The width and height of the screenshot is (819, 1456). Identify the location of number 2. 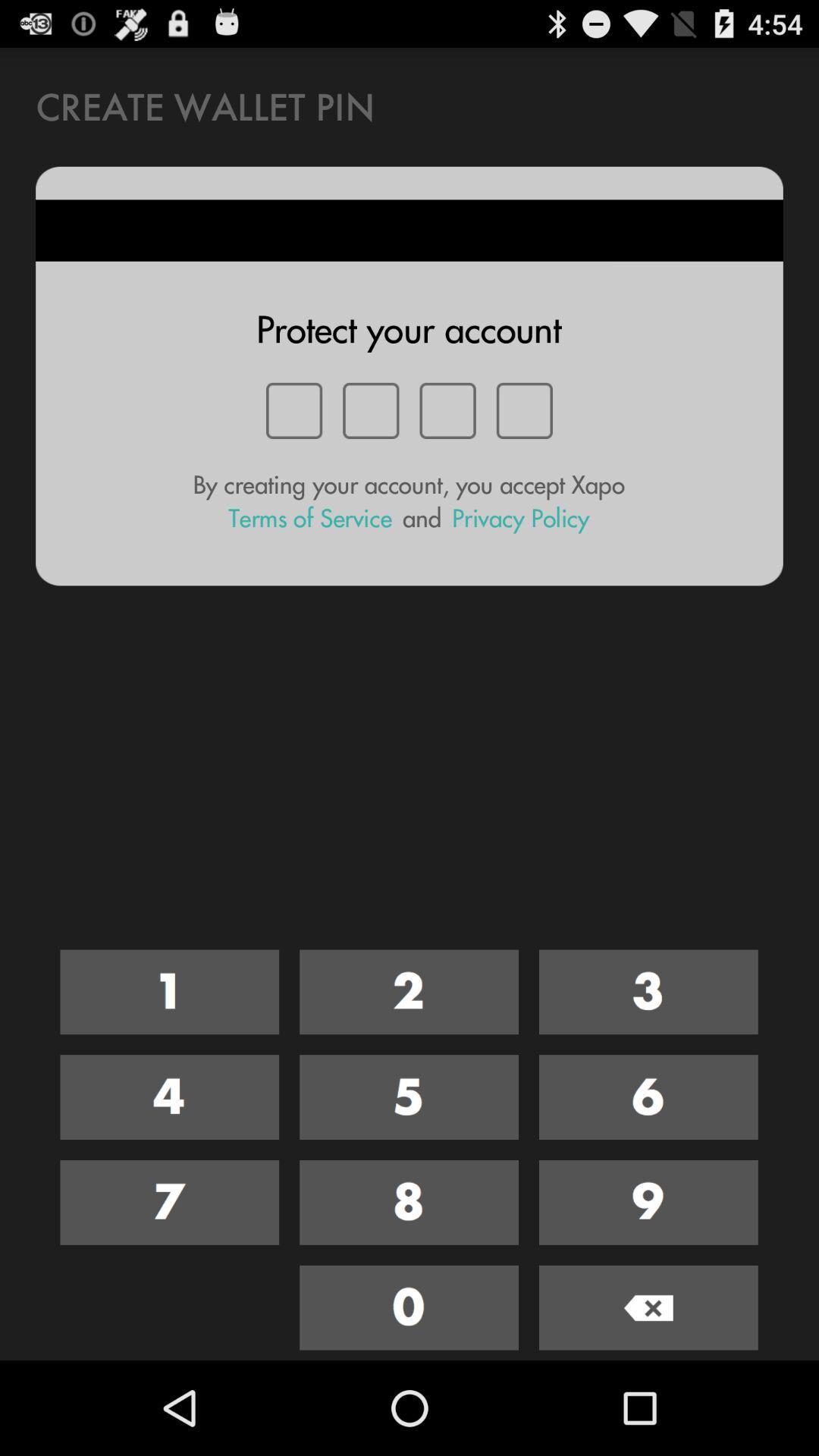
(408, 992).